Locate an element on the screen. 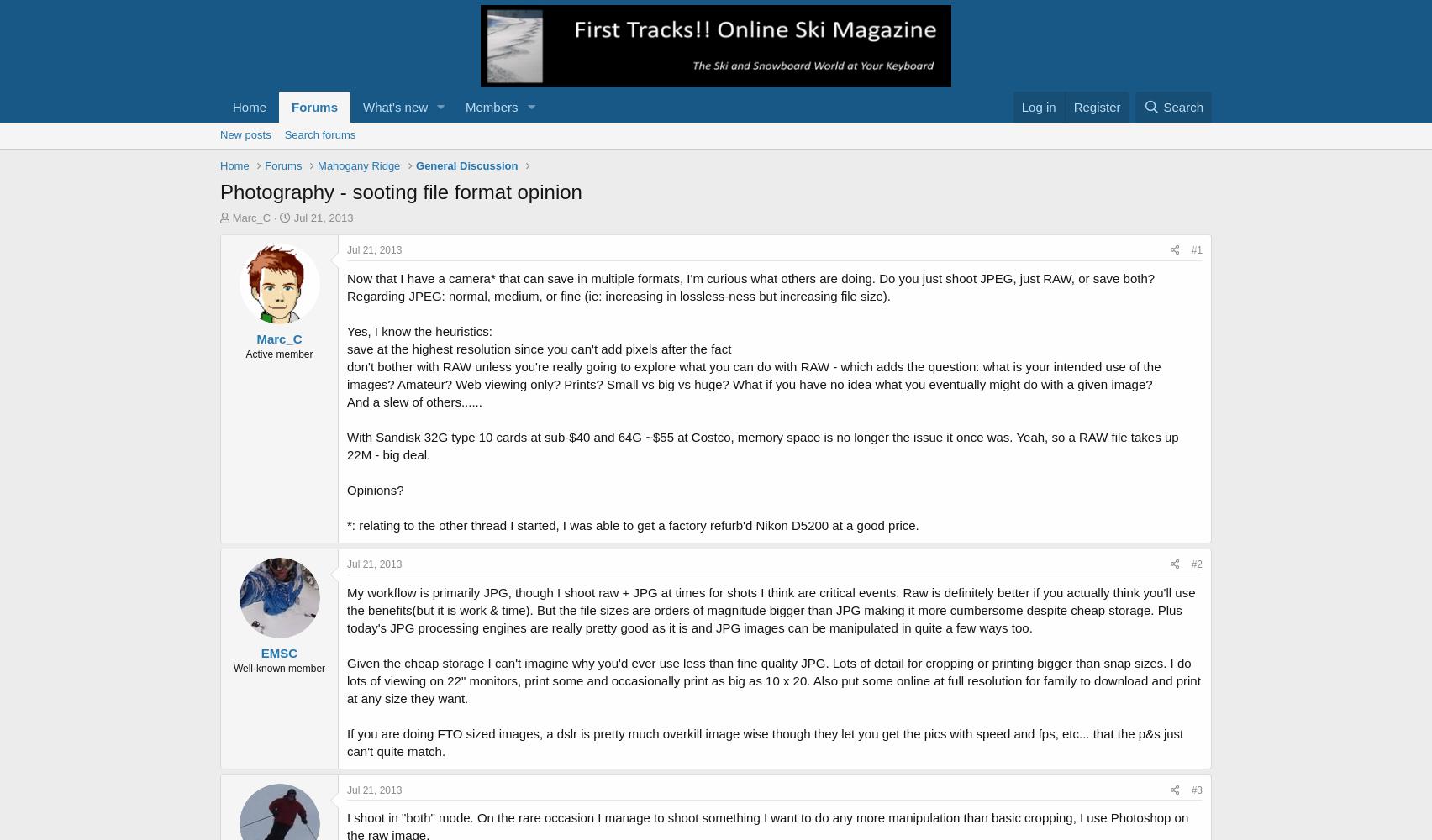 This screenshot has width=1432, height=840. '*: relating to the other thread I started, I was able to get a factory refurb'd Nikon D5200 at a good price.' is located at coordinates (631, 523).